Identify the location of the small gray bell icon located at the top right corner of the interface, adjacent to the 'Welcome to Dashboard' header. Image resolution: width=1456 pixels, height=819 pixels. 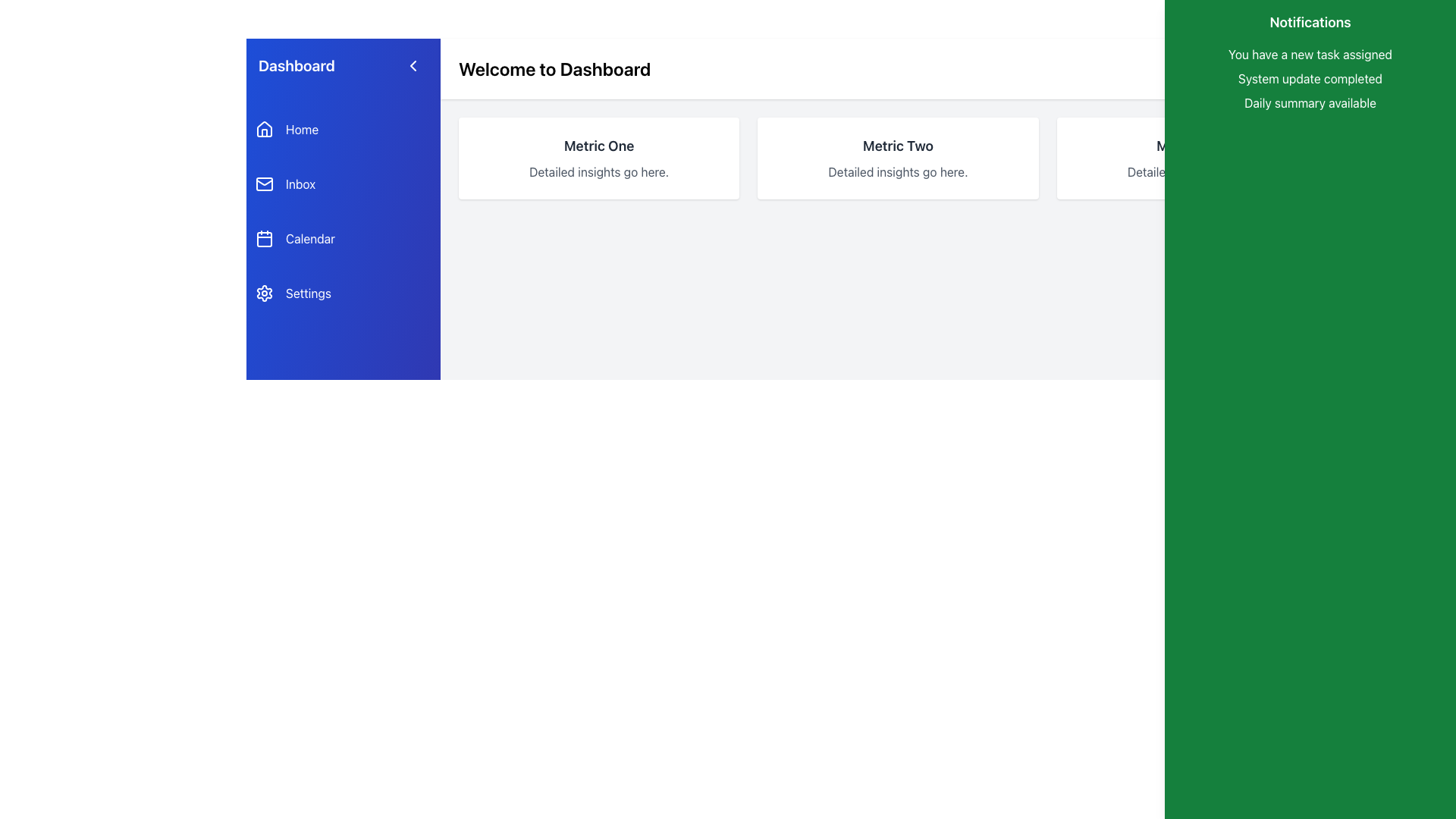
(1328, 69).